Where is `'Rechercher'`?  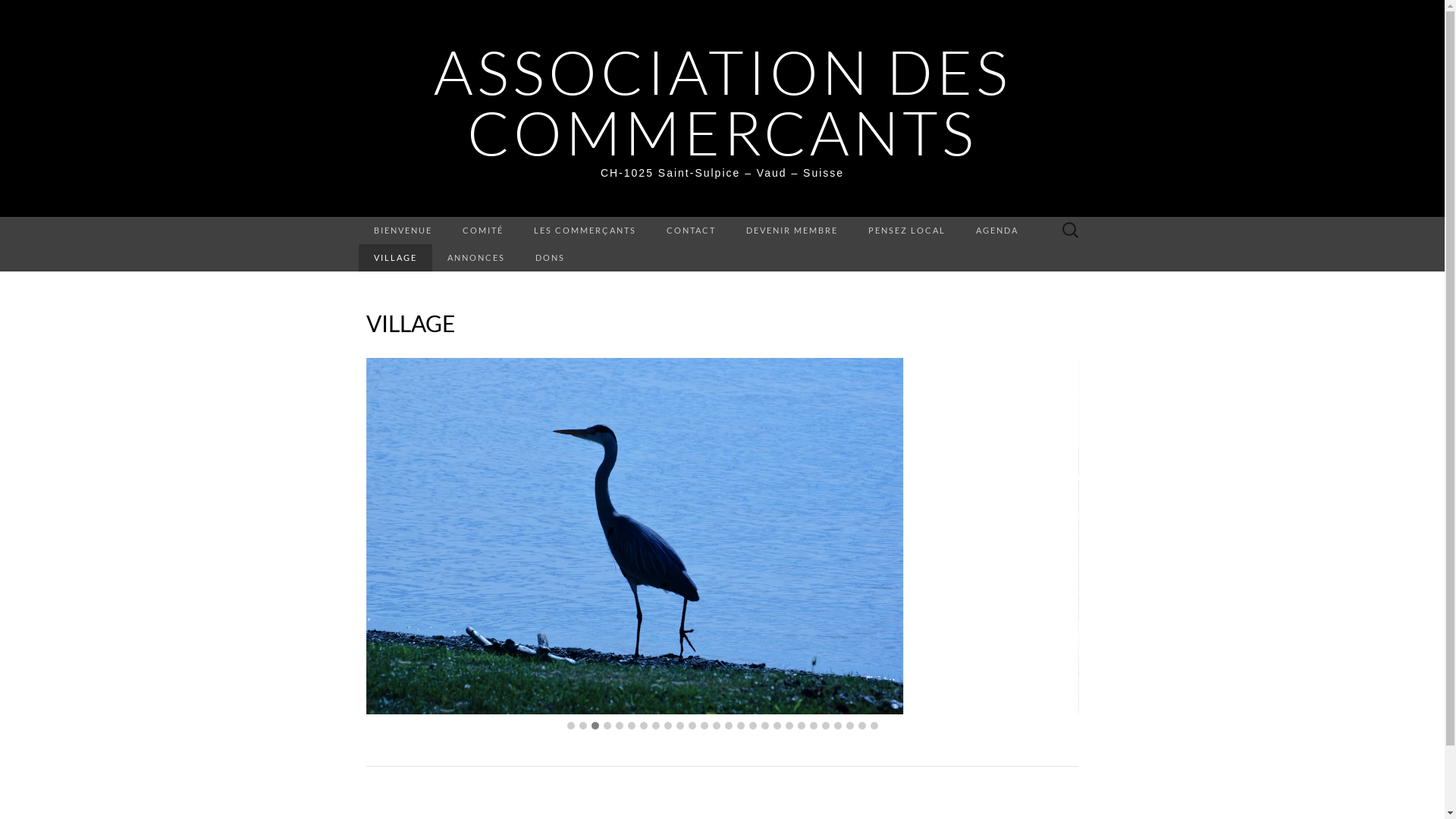
'Rechercher' is located at coordinates (15, 12).